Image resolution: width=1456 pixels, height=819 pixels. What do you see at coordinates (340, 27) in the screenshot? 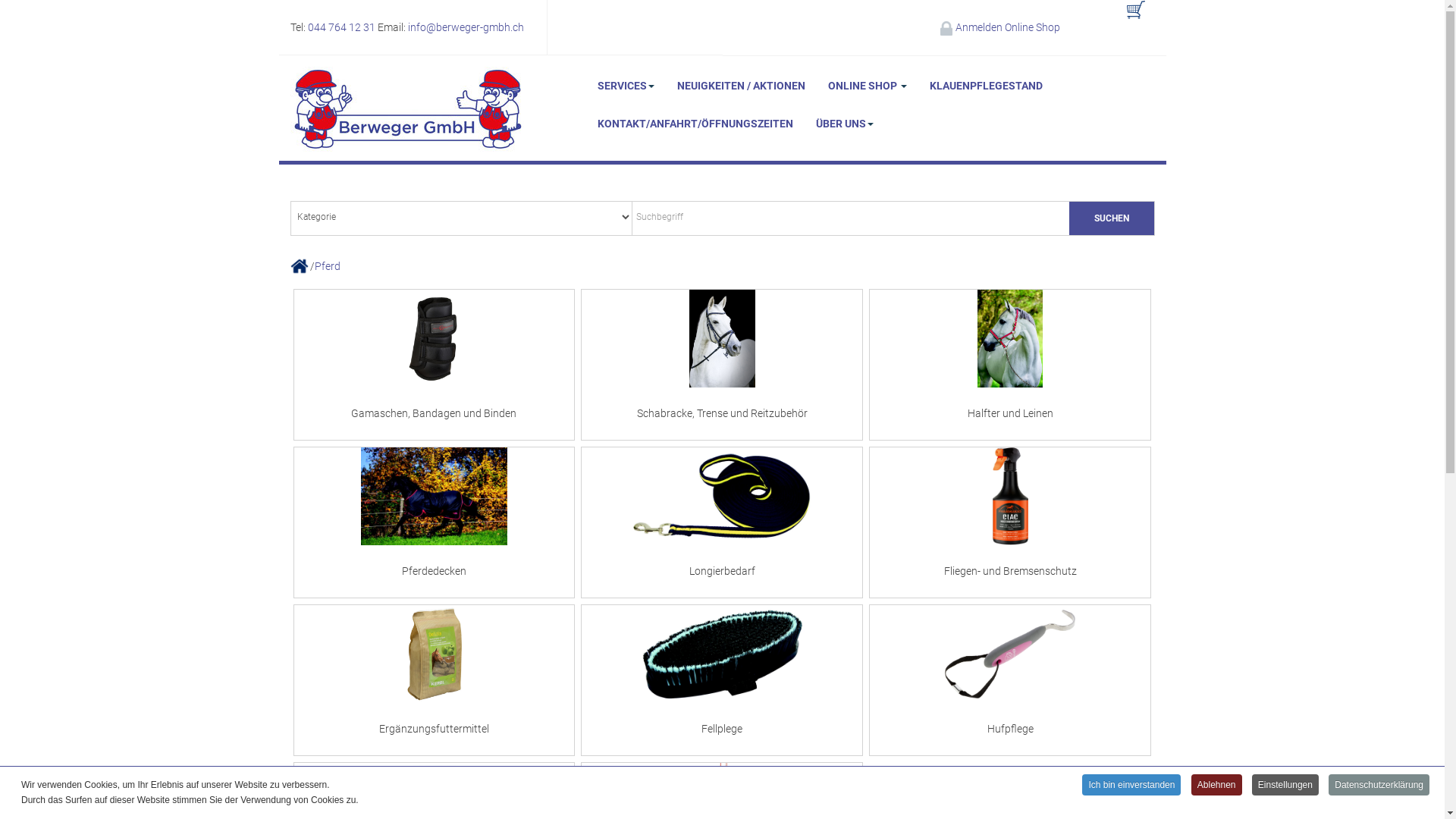
I see `'044 764 12 31'` at bounding box center [340, 27].